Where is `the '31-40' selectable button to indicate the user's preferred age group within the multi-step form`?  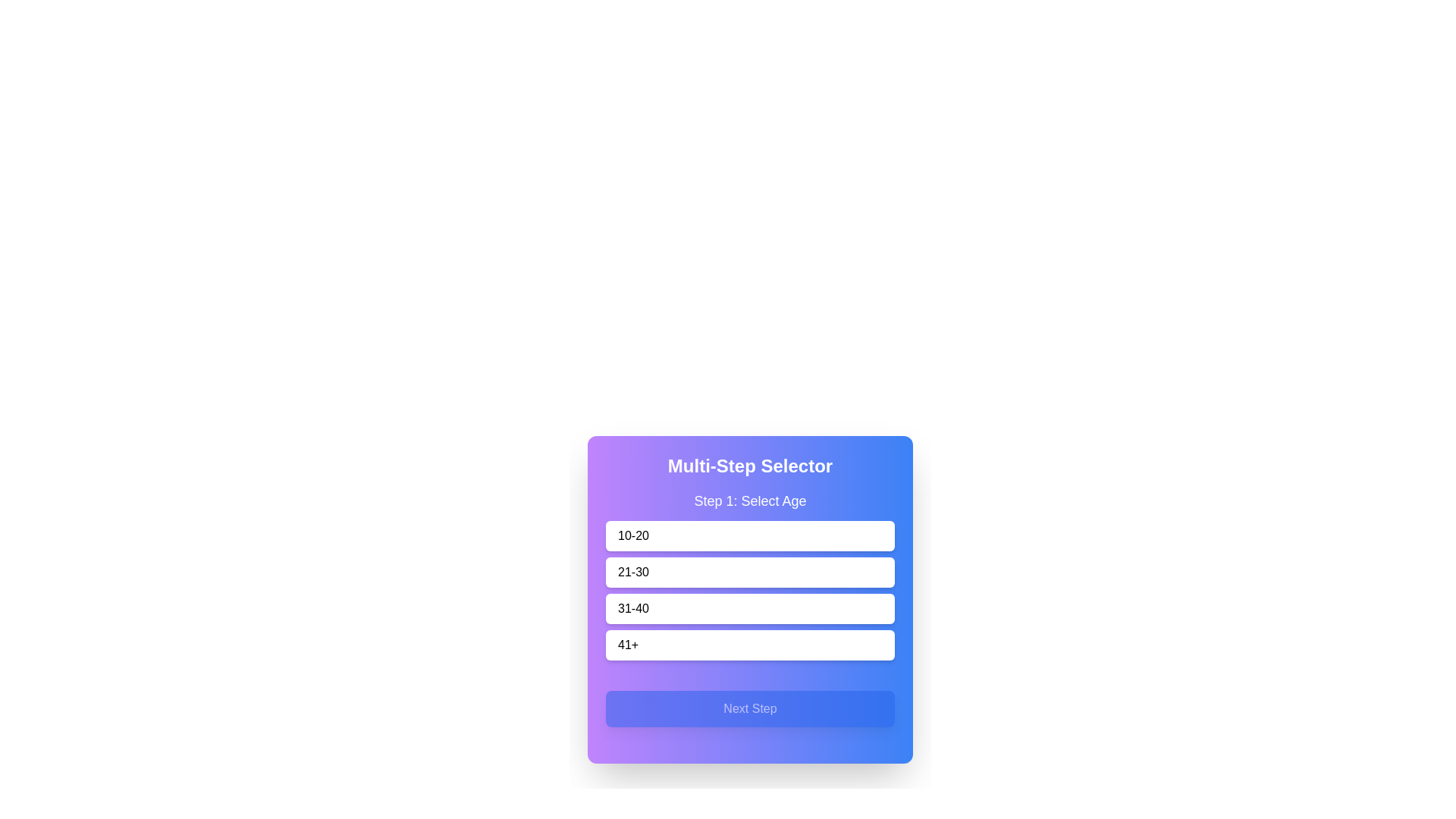 the '31-40' selectable button to indicate the user's preferred age group within the multi-step form is located at coordinates (750, 602).